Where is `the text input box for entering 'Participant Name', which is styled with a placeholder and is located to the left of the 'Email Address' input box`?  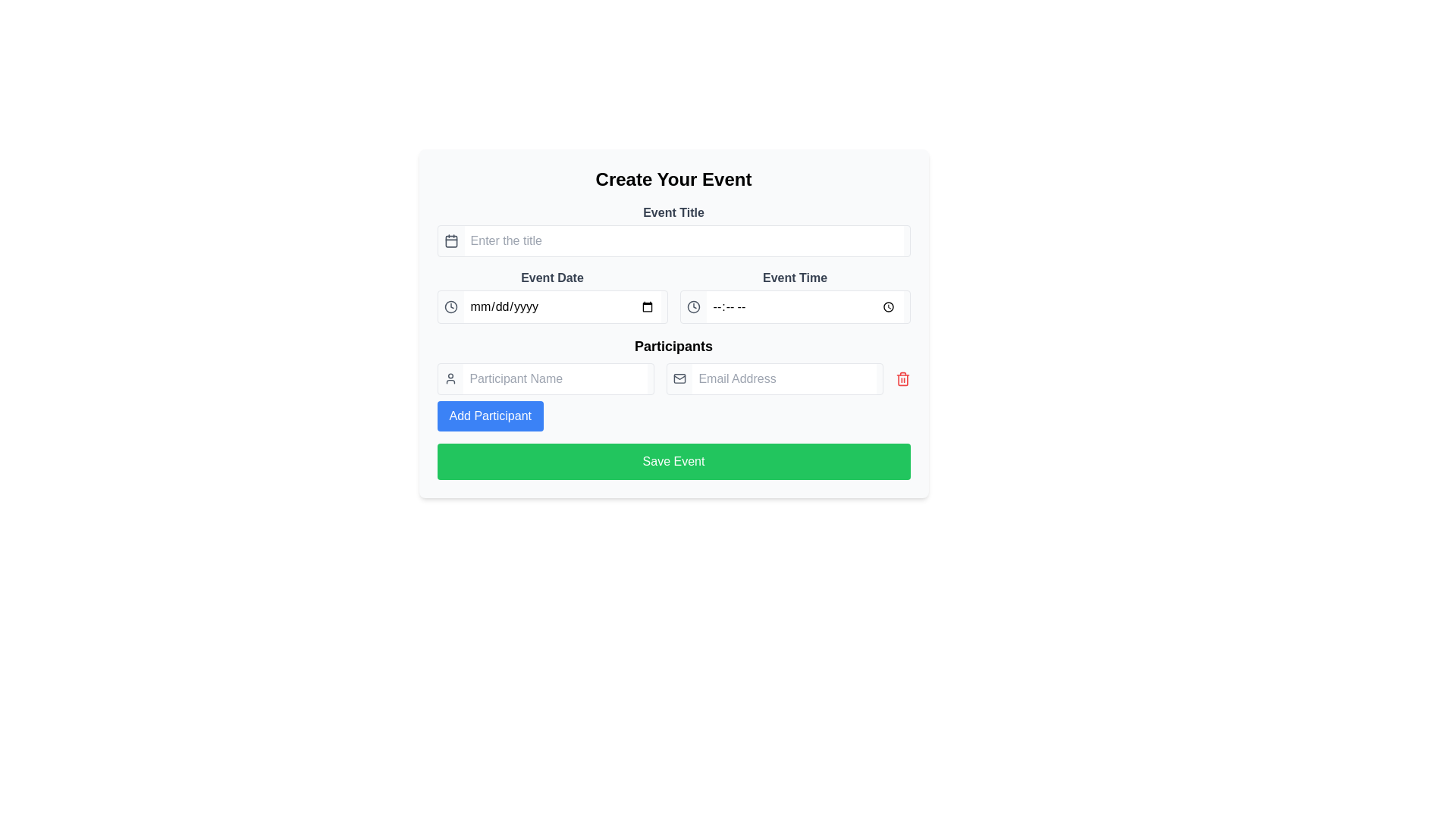
the text input box for entering 'Participant Name', which is styled with a placeholder and is located to the left of the 'Email Address' input box is located at coordinates (554, 378).